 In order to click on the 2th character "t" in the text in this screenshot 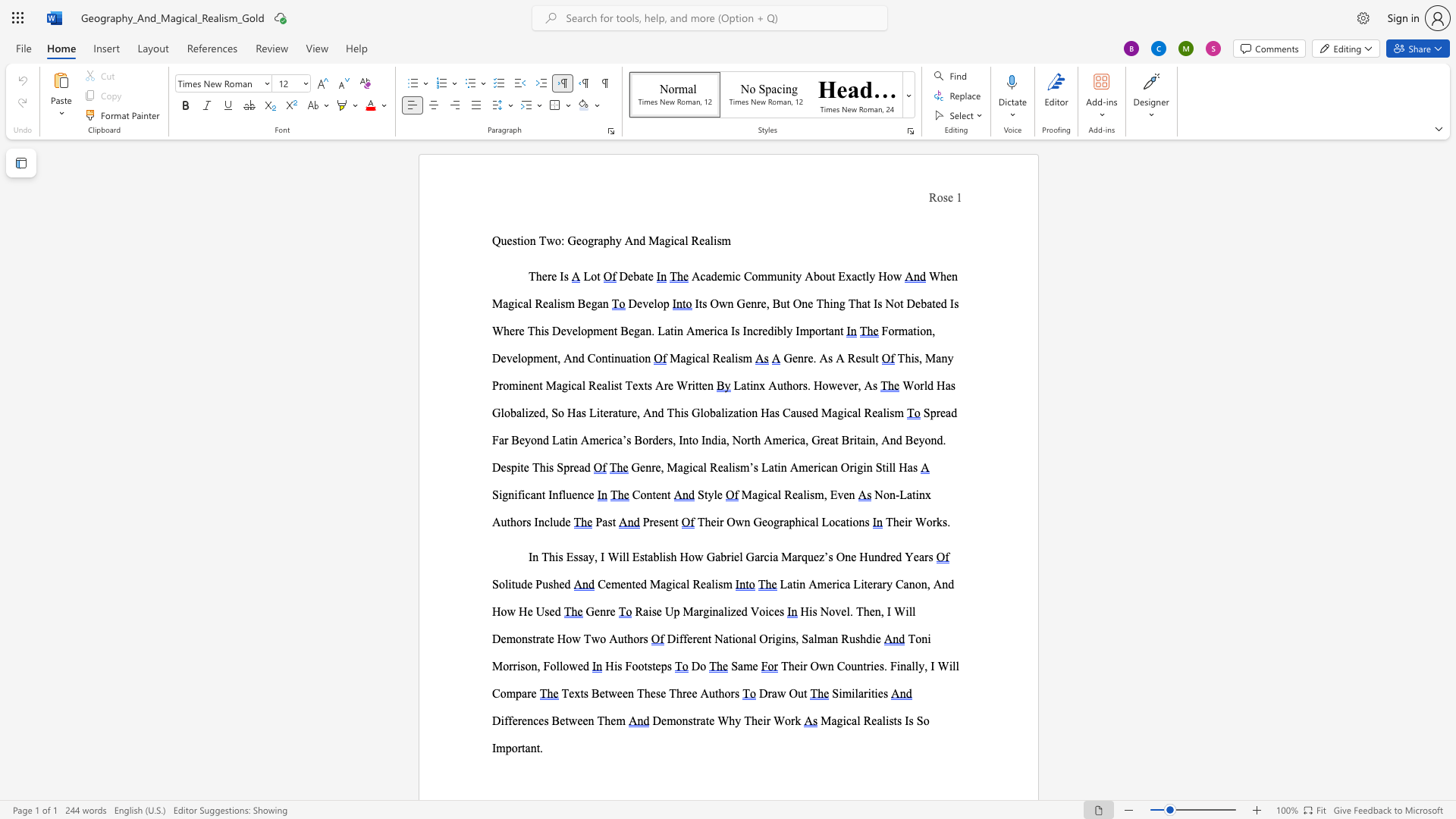, I will do `click(508, 521)`.